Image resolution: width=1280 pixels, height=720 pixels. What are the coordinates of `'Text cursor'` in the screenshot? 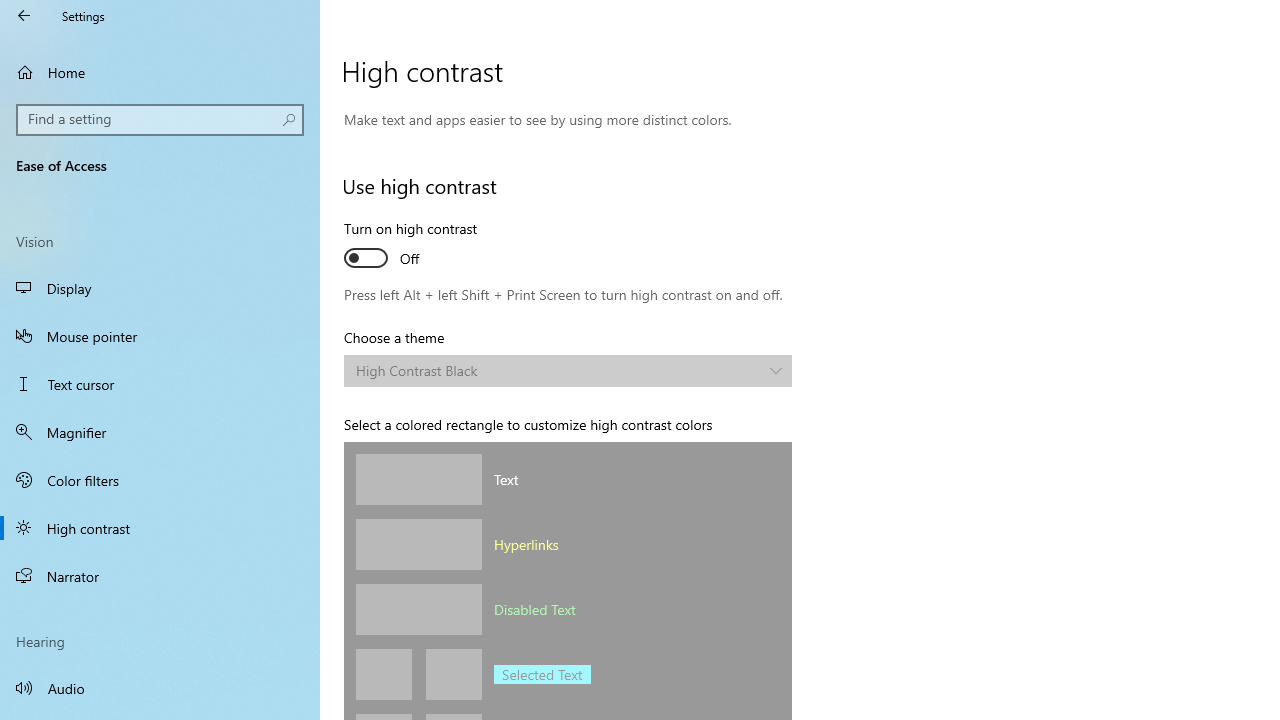 It's located at (160, 384).